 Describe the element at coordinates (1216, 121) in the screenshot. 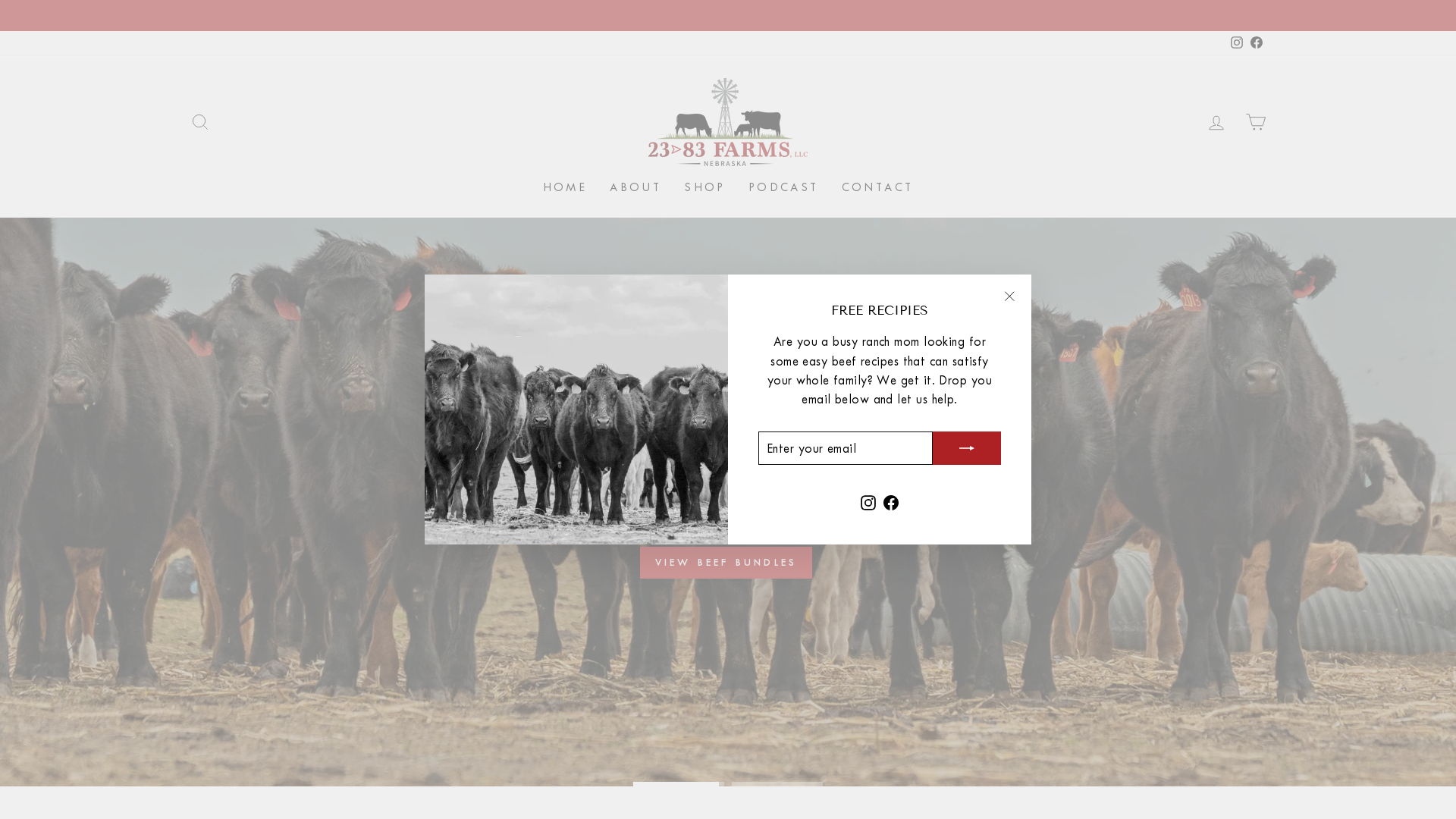

I see `'LOG IN'` at that location.